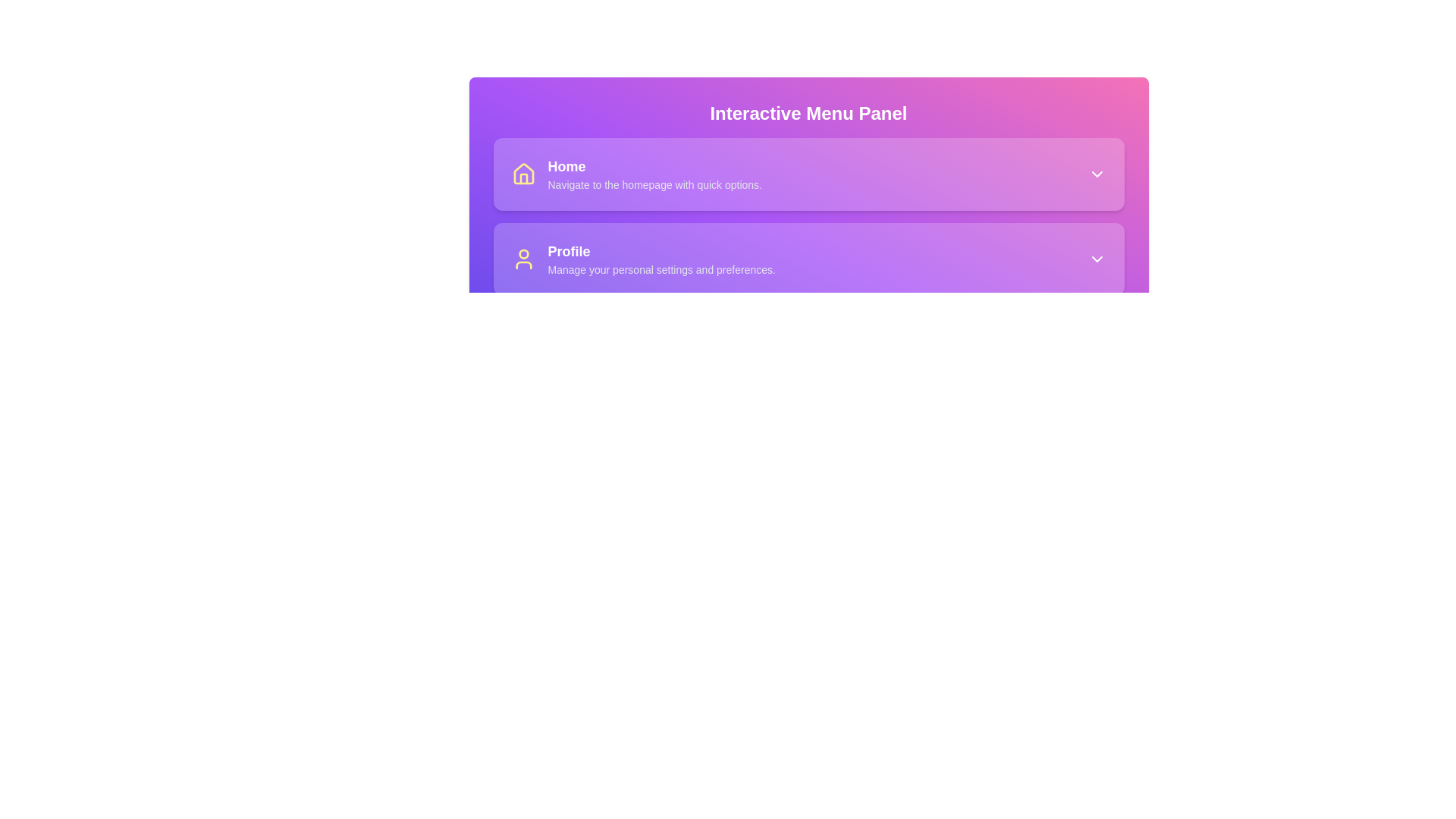 This screenshot has height=819, width=1456. Describe the element at coordinates (523, 253) in the screenshot. I see `the decorative SVG circle that represents the head of the person in the user icon, which is part of the 'Profile' section` at that location.